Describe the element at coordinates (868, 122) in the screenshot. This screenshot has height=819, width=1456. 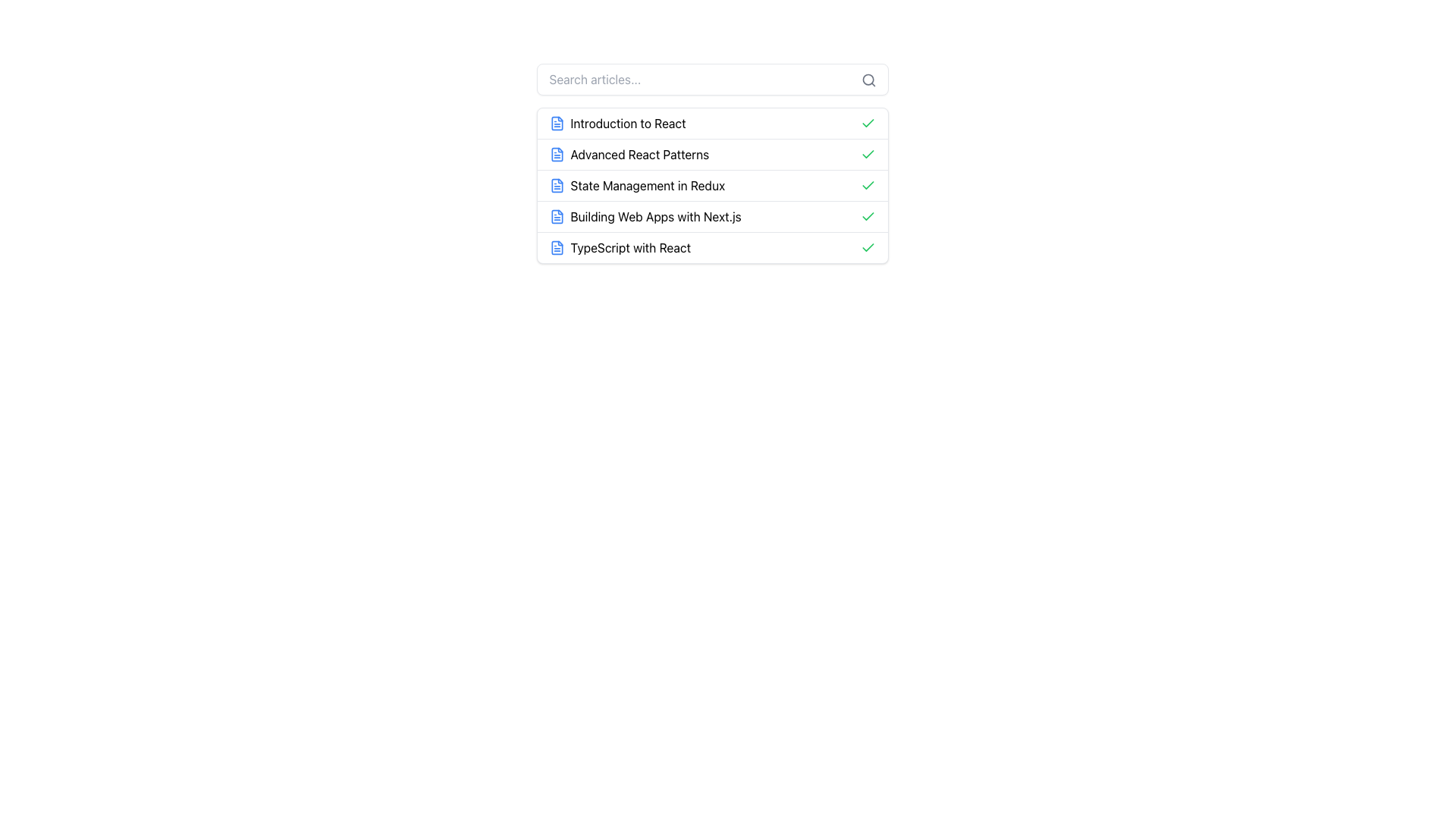
I see `the green checkmark icon located at the far-right side of the row associated with 'Introduction to React'` at that location.